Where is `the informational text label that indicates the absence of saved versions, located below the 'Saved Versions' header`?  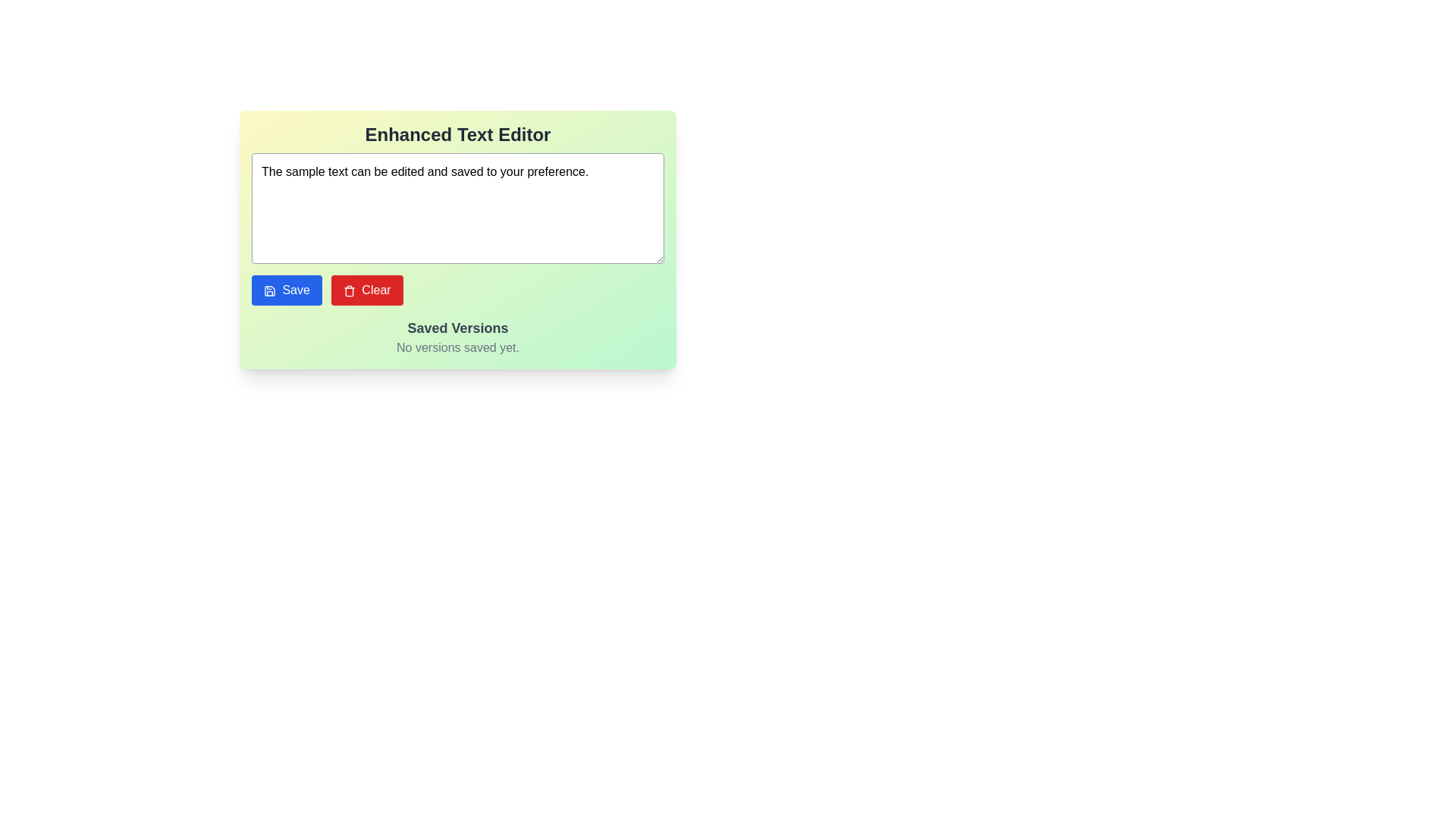
the informational text label that indicates the absence of saved versions, located below the 'Saved Versions' header is located at coordinates (457, 348).